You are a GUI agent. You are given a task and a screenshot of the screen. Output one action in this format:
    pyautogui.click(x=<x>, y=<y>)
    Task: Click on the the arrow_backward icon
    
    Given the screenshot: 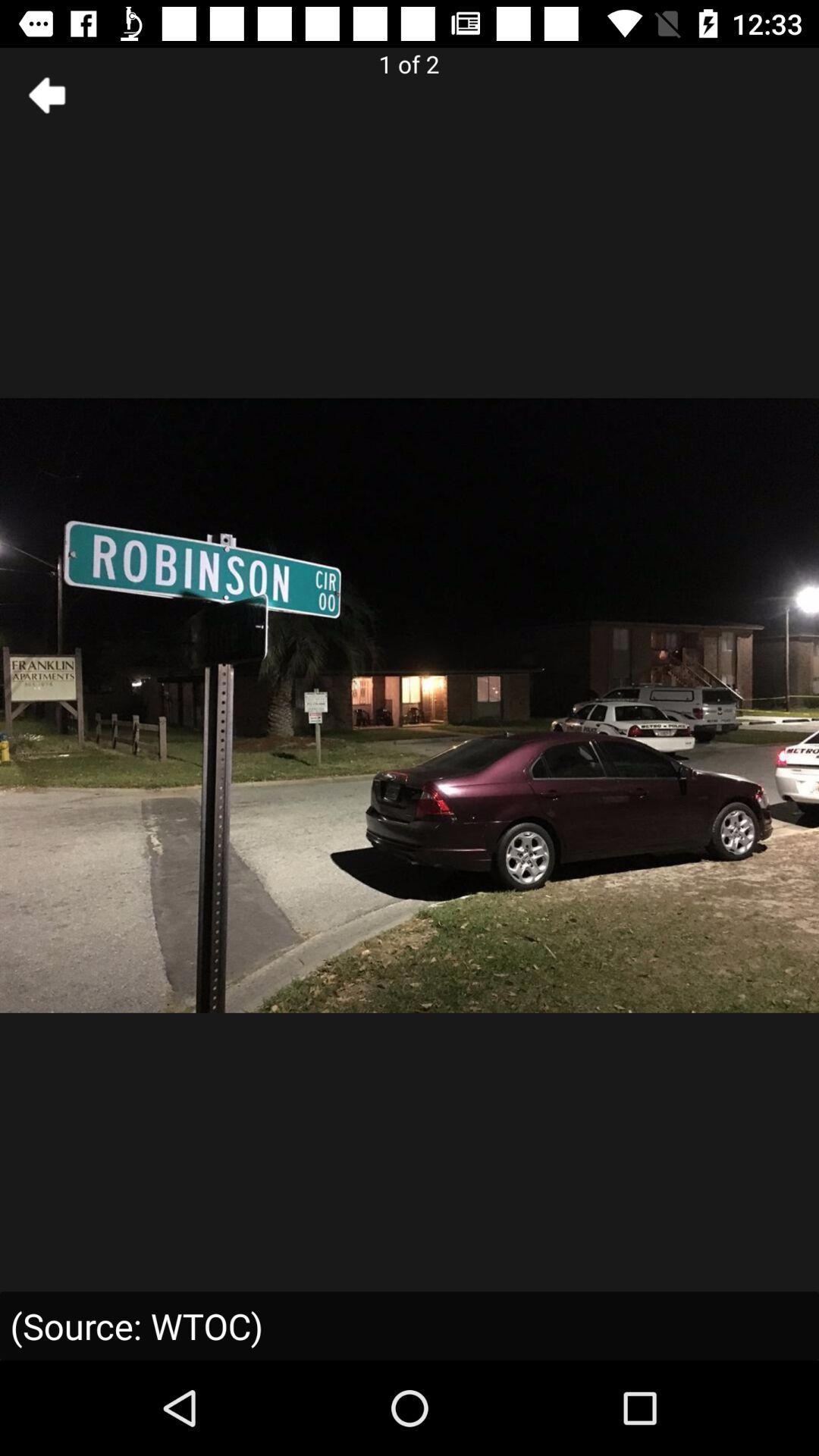 What is the action you would take?
    pyautogui.click(x=46, y=94)
    